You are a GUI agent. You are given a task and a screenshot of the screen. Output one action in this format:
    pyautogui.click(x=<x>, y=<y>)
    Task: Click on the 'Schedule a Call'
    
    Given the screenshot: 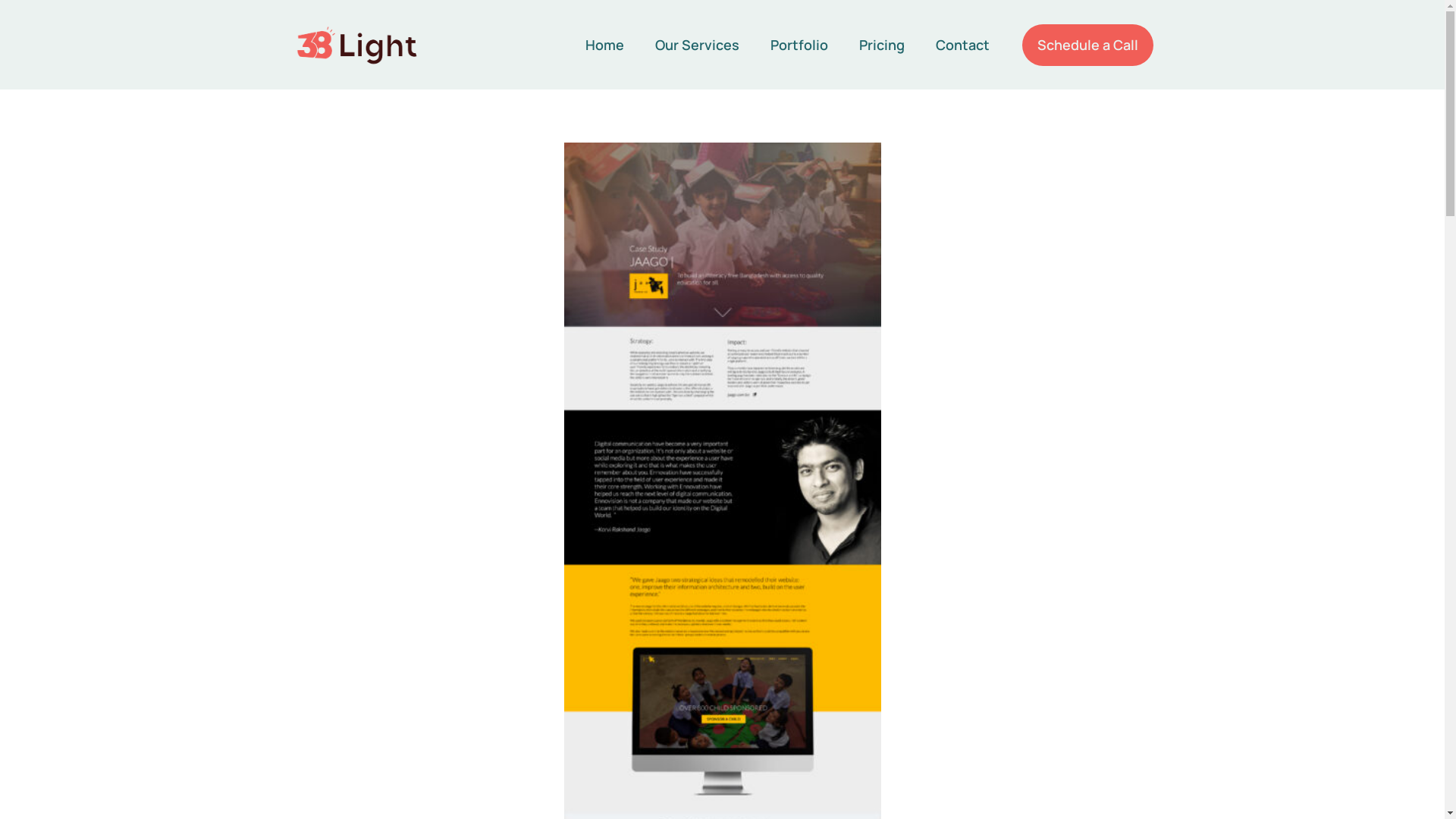 What is the action you would take?
    pyautogui.click(x=1087, y=44)
    